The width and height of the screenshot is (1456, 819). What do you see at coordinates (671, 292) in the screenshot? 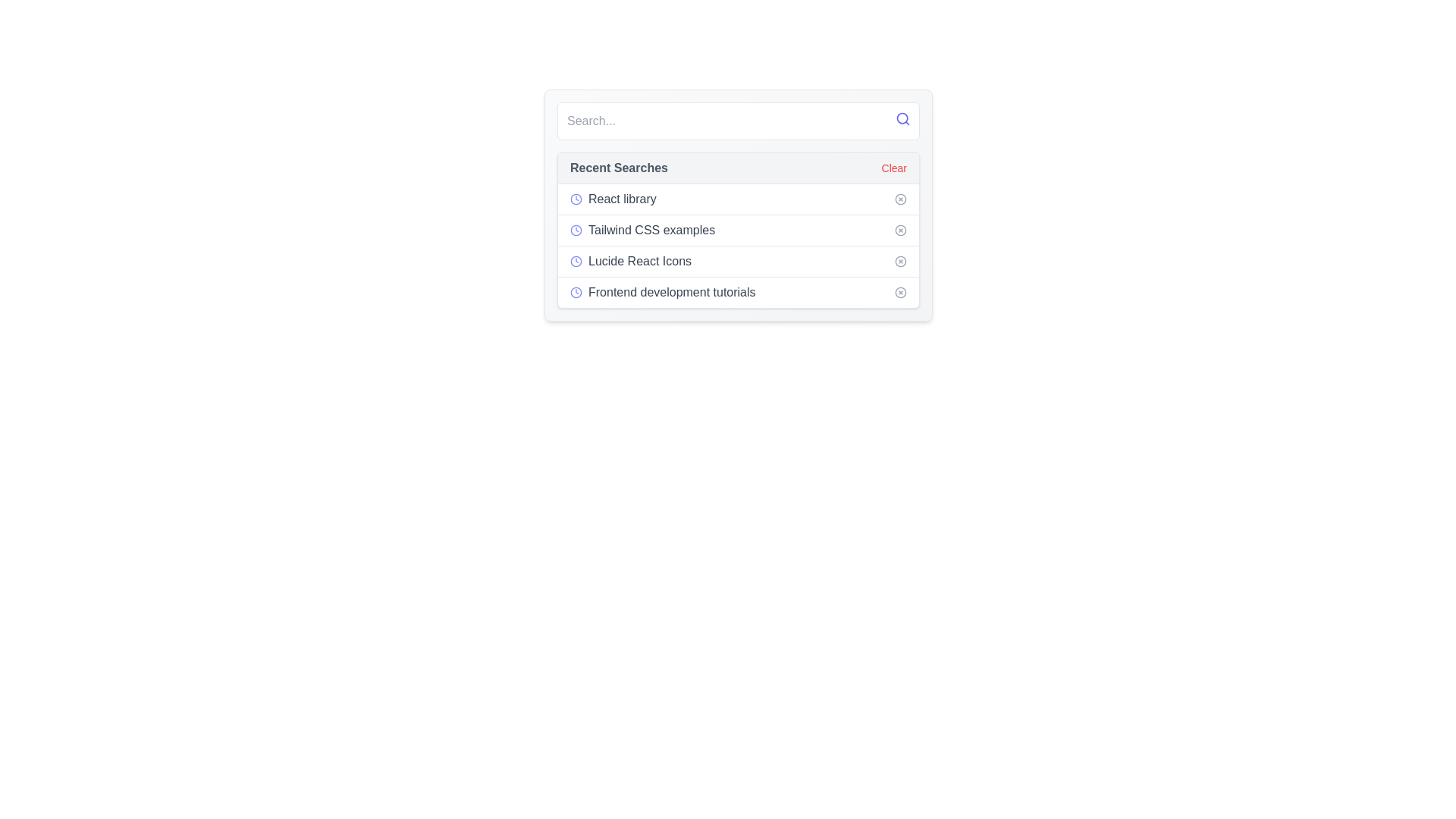
I see `the text label 'Frontend development tutorials' in the 'Recent Searches' list to read the content` at bounding box center [671, 292].